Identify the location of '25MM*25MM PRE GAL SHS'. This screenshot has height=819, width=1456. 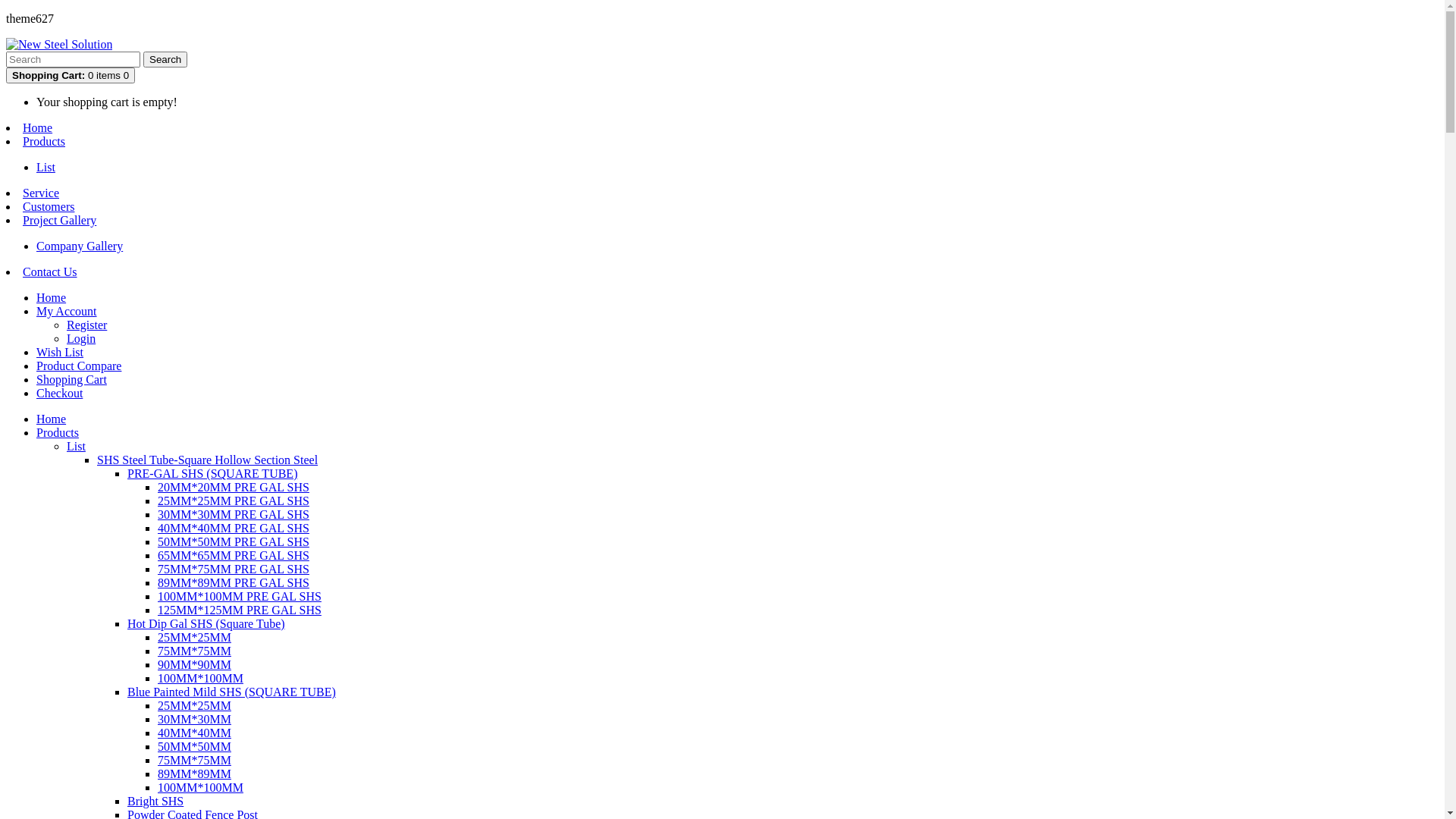
(232, 500).